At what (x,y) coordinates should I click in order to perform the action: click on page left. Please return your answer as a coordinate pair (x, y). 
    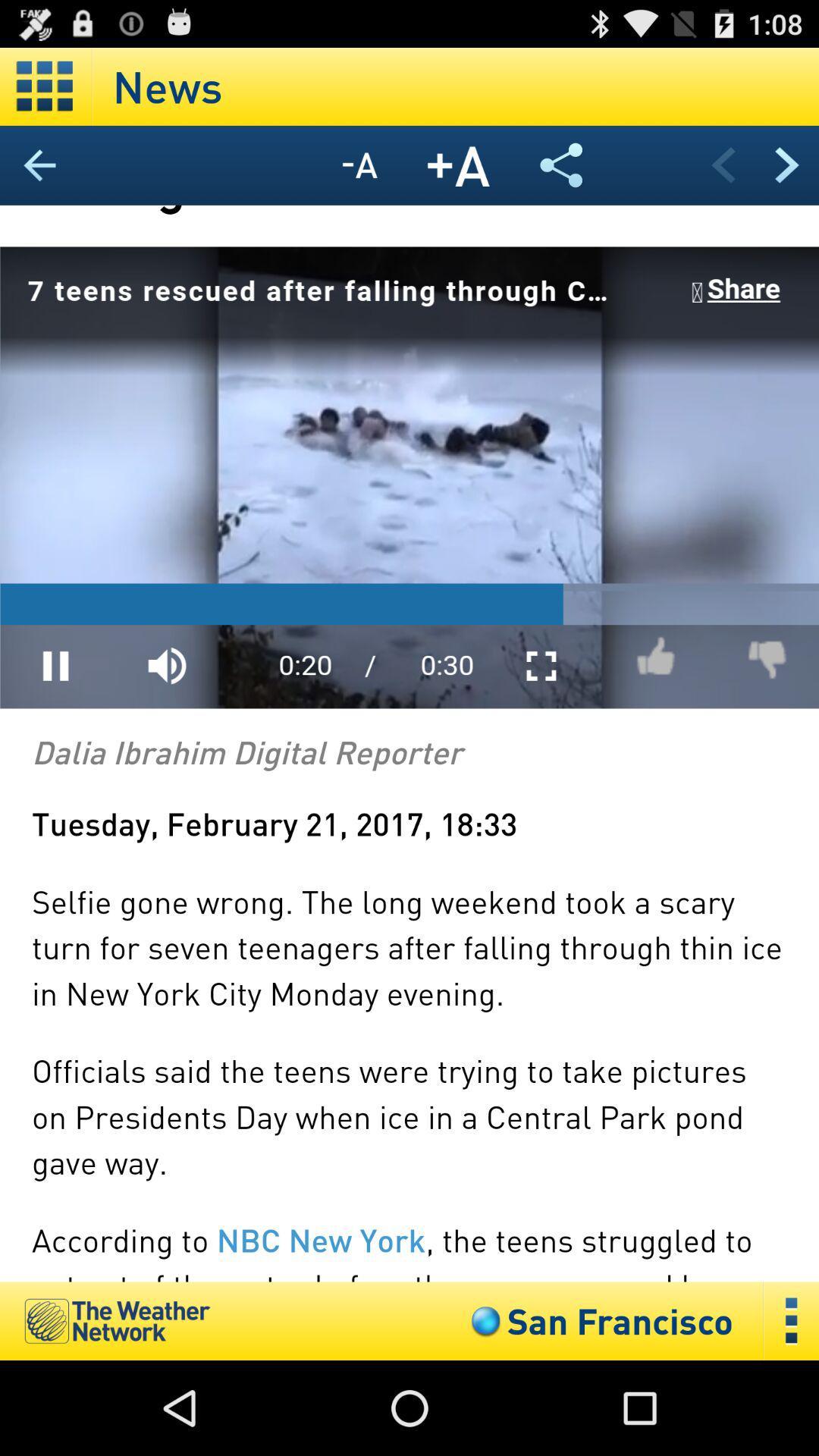
    Looking at the image, I should click on (722, 165).